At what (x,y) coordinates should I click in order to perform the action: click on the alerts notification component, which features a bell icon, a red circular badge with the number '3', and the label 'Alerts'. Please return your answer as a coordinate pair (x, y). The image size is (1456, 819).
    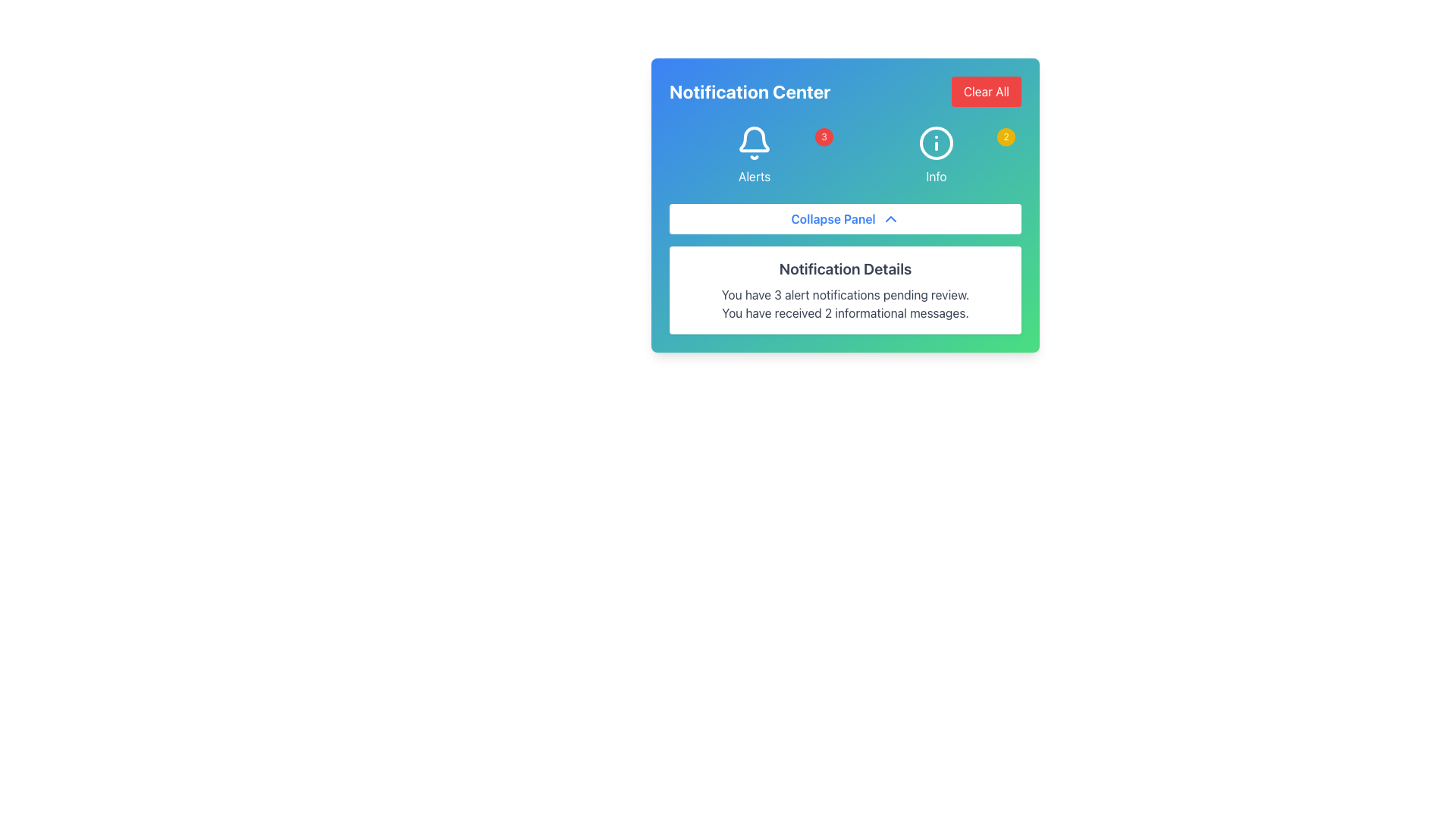
    Looking at the image, I should click on (754, 155).